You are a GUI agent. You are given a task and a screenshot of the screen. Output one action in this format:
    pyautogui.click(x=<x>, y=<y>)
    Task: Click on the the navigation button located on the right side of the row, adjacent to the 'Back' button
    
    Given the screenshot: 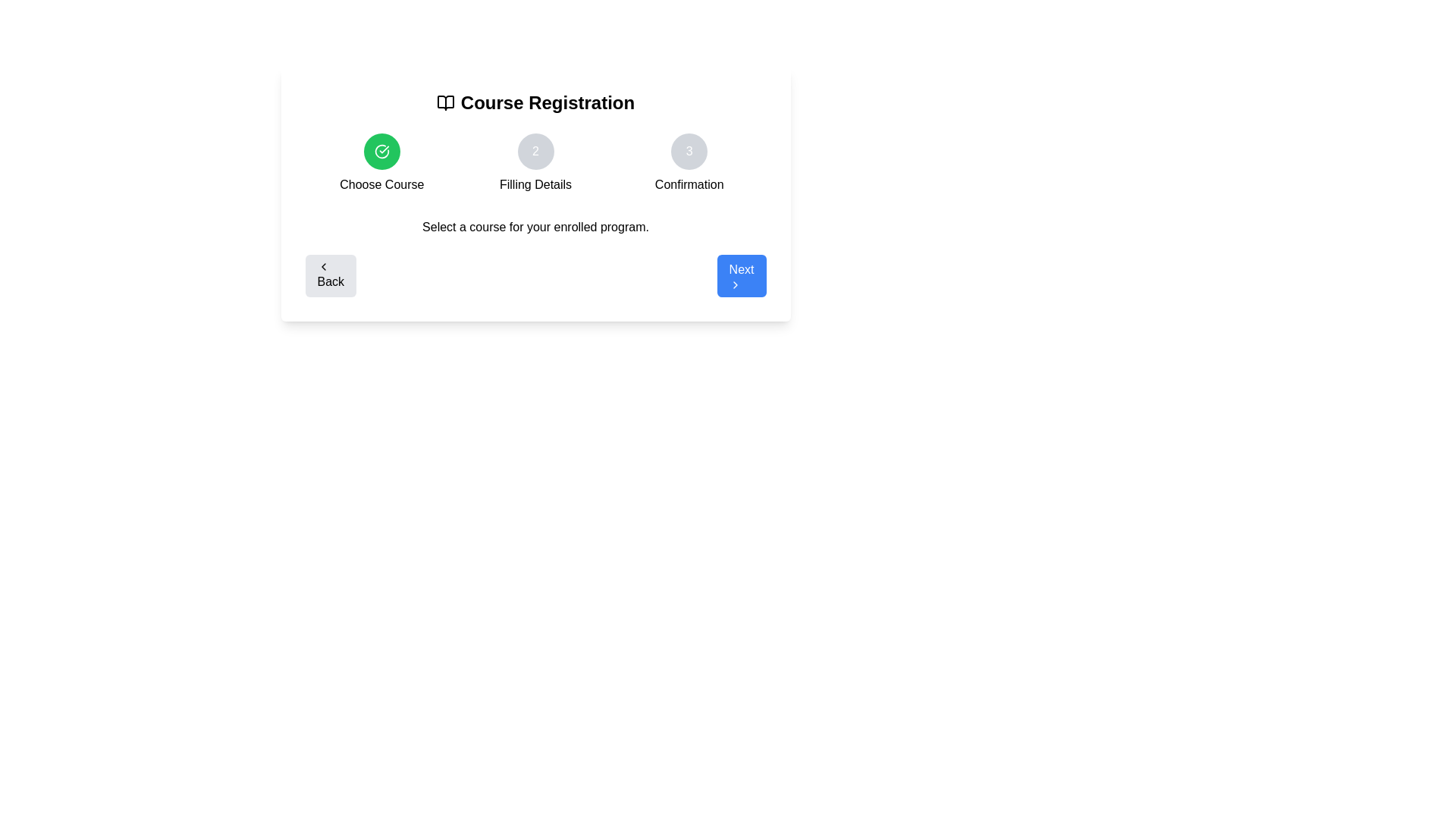 What is the action you would take?
    pyautogui.click(x=742, y=275)
    